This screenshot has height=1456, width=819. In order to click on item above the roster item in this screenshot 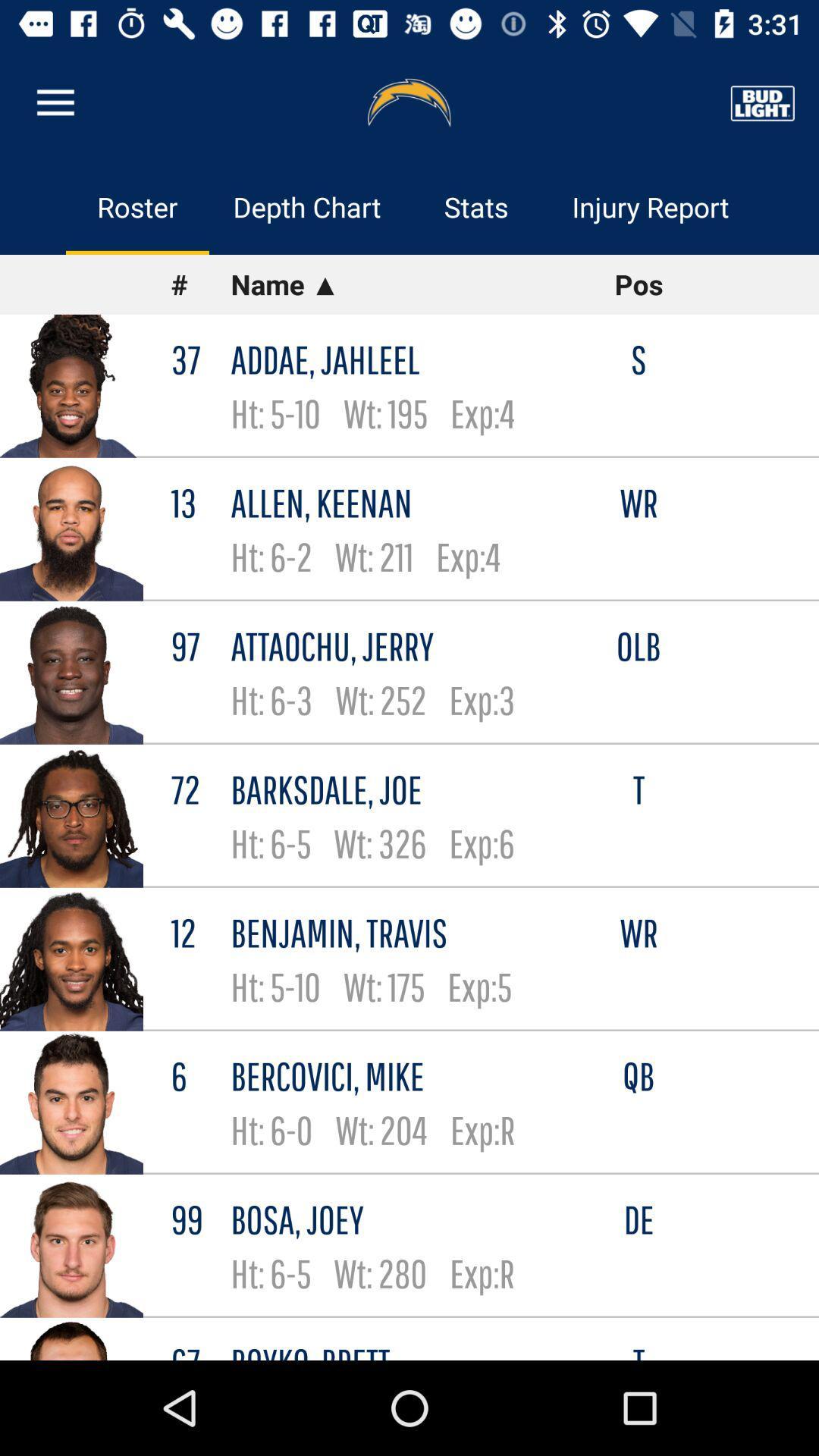, I will do `click(55, 102)`.